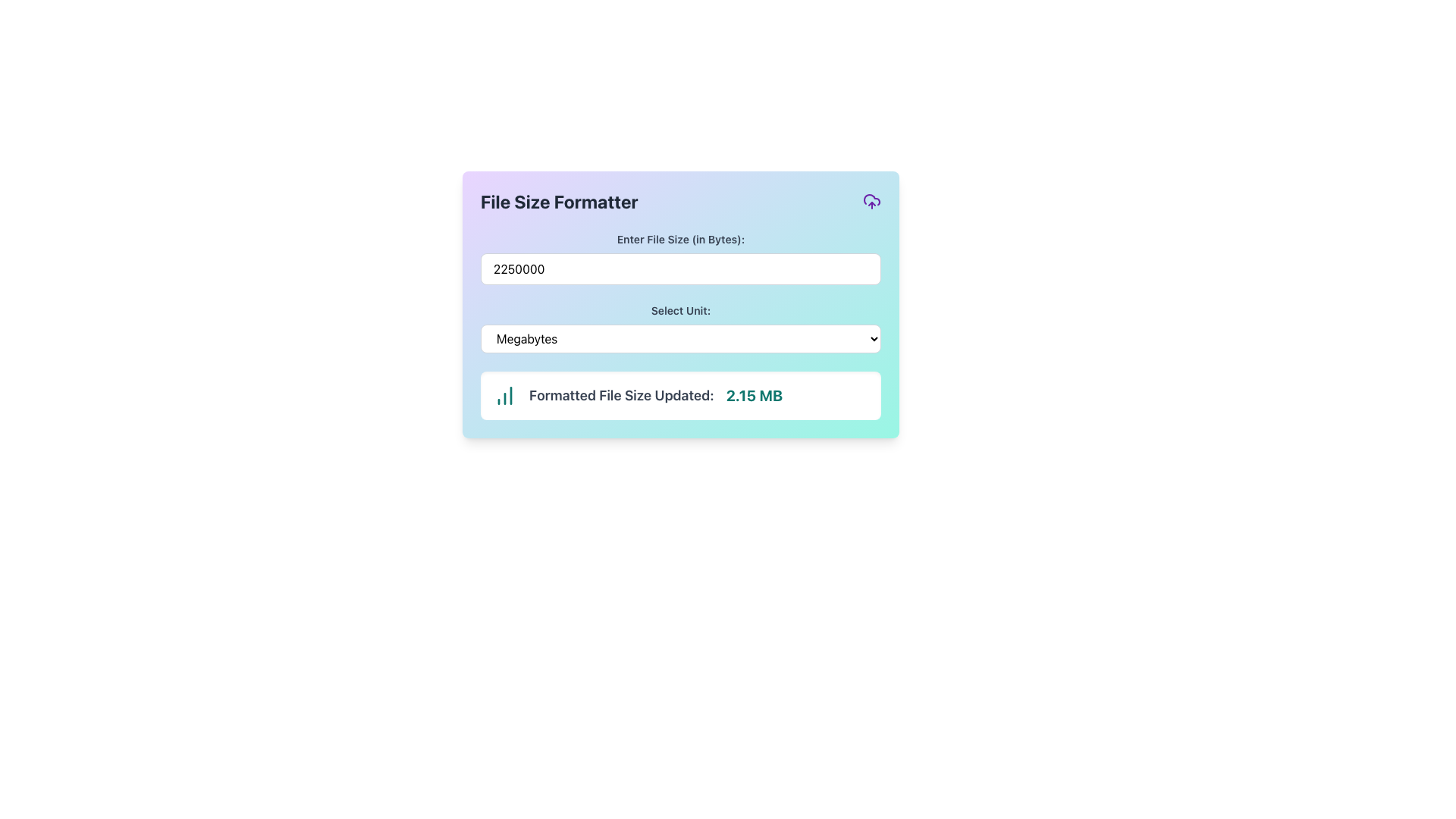  I want to click on the cloud upload icon located at the top right corner of the 'File Size Formatter' interface, so click(872, 201).